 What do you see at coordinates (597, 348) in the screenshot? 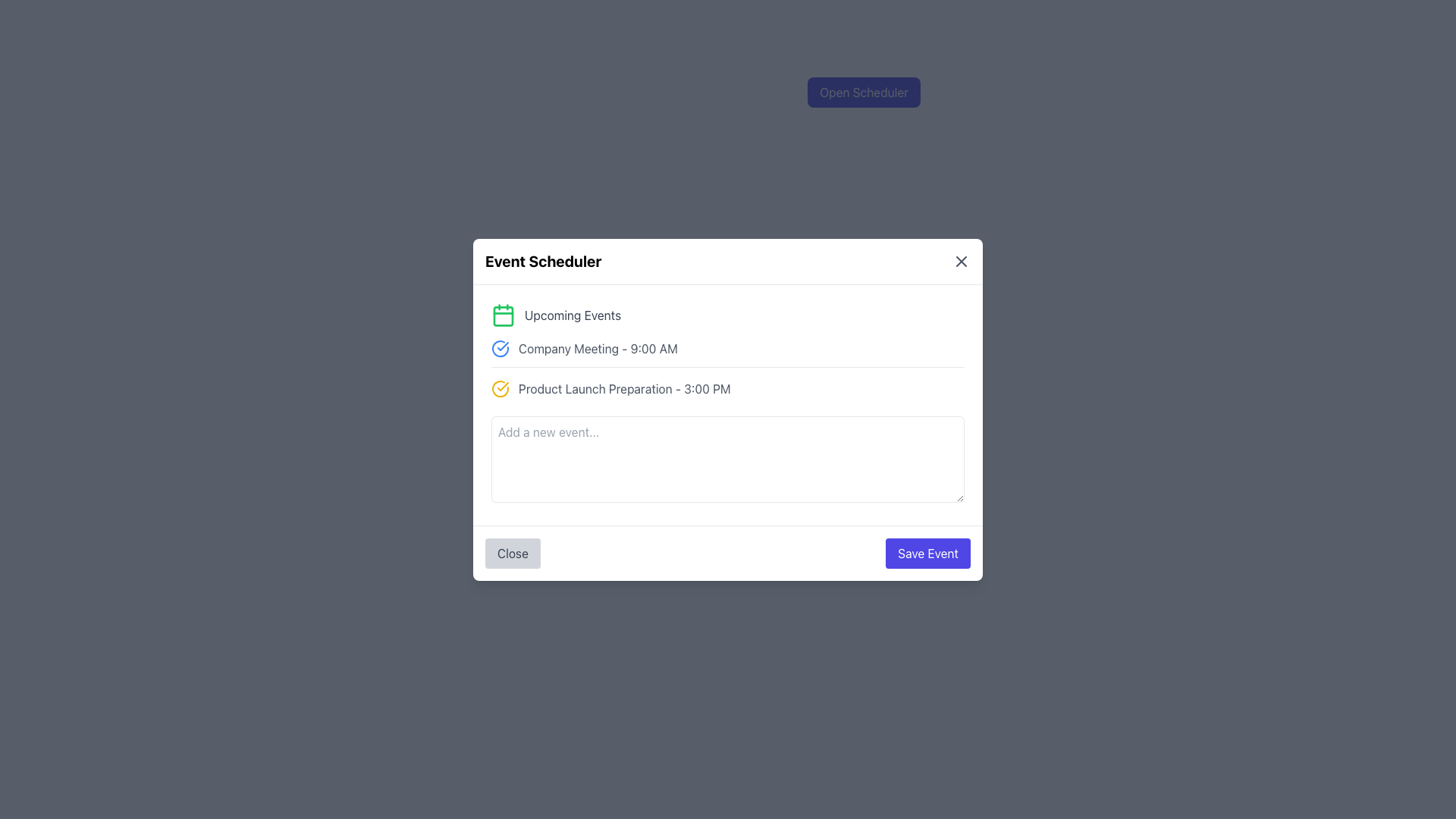
I see `text label that describes the first event's title and scheduled time in the 'Event Scheduler' modal interface, located immediately after a blue circular icon with a check mark` at bounding box center [597, 348].